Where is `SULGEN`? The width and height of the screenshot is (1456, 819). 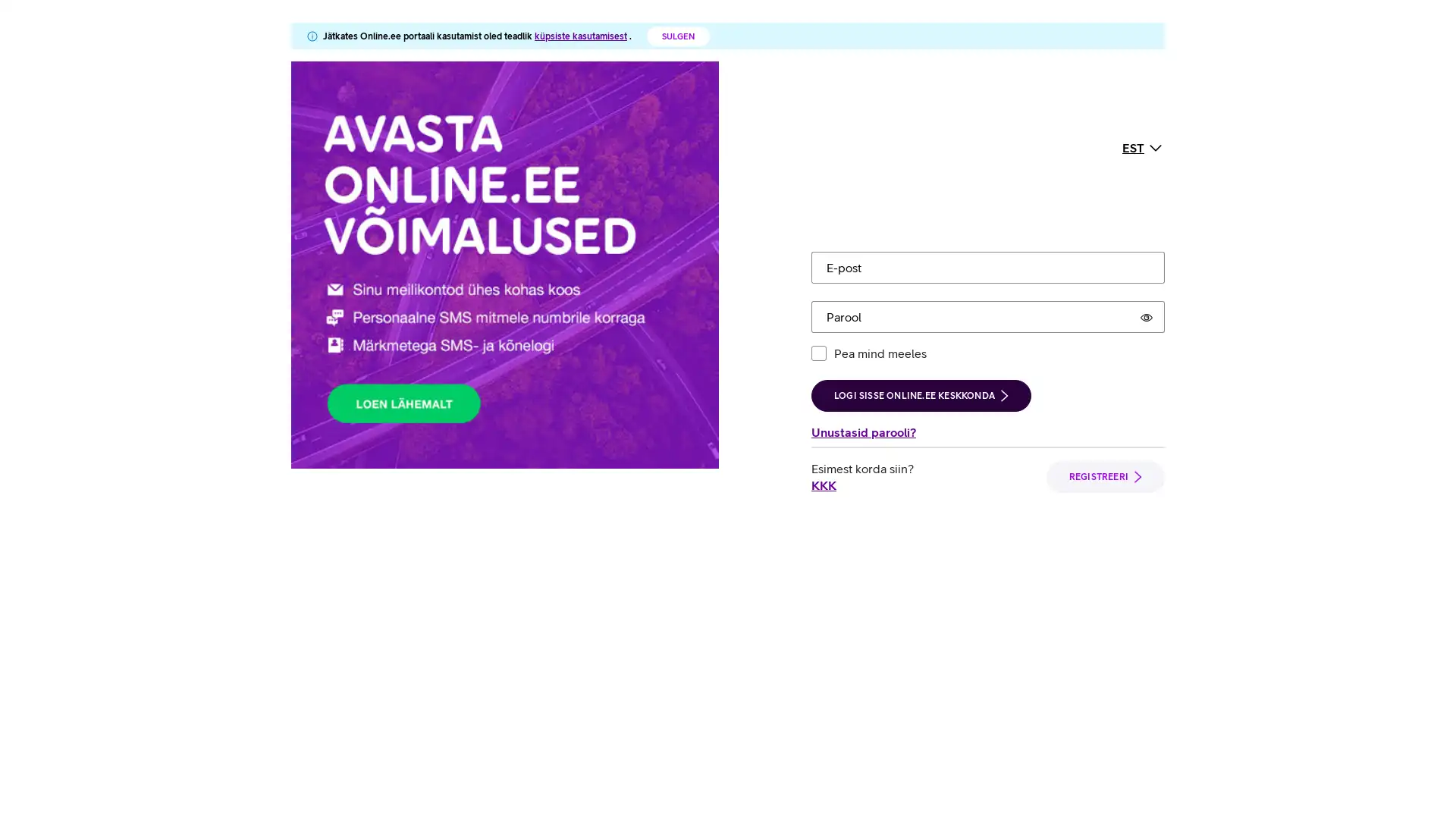 SULGEN is located at coordinates (677, 35).